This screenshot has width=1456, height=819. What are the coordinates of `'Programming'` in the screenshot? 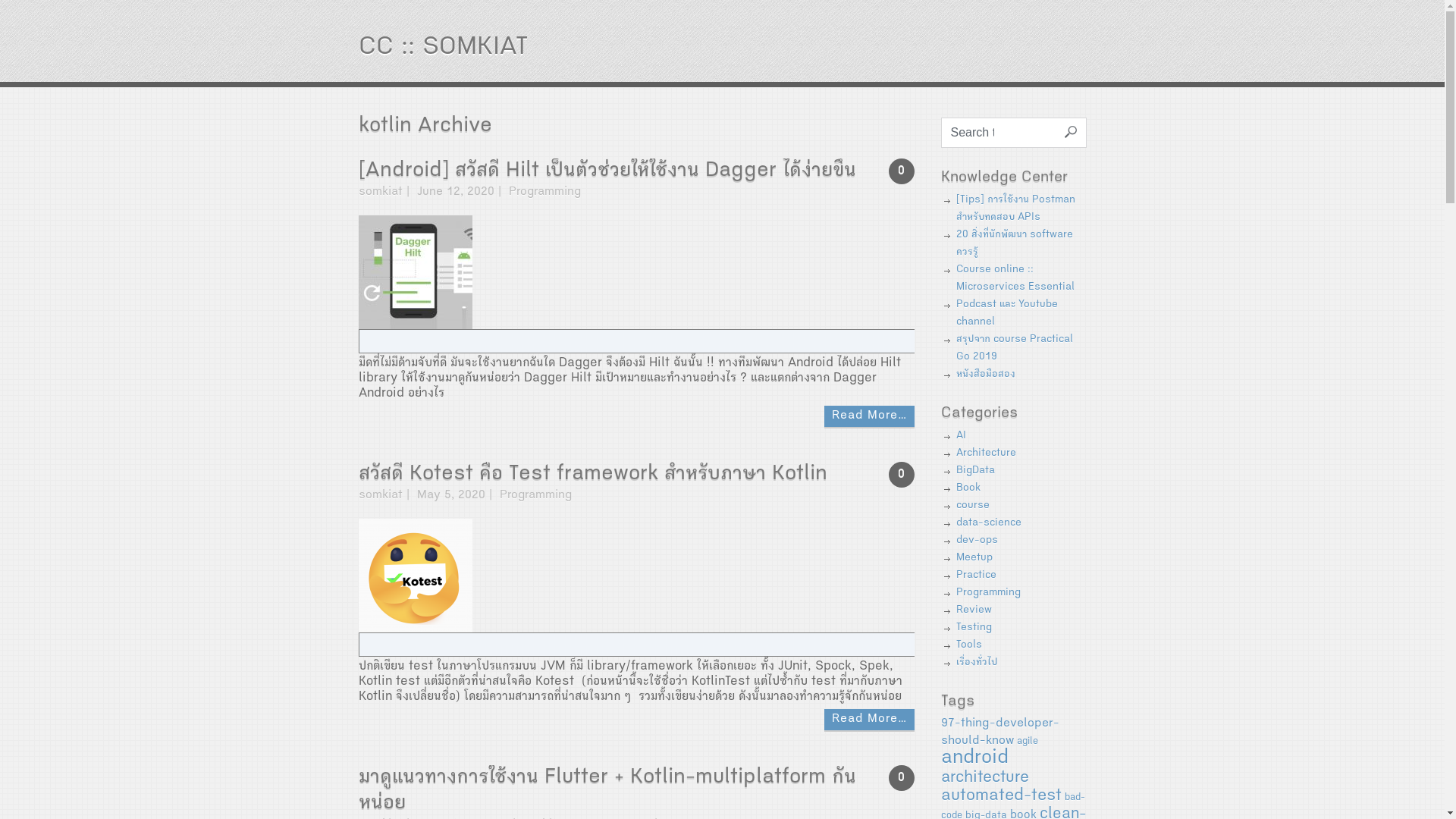 It's located at (544, 192).